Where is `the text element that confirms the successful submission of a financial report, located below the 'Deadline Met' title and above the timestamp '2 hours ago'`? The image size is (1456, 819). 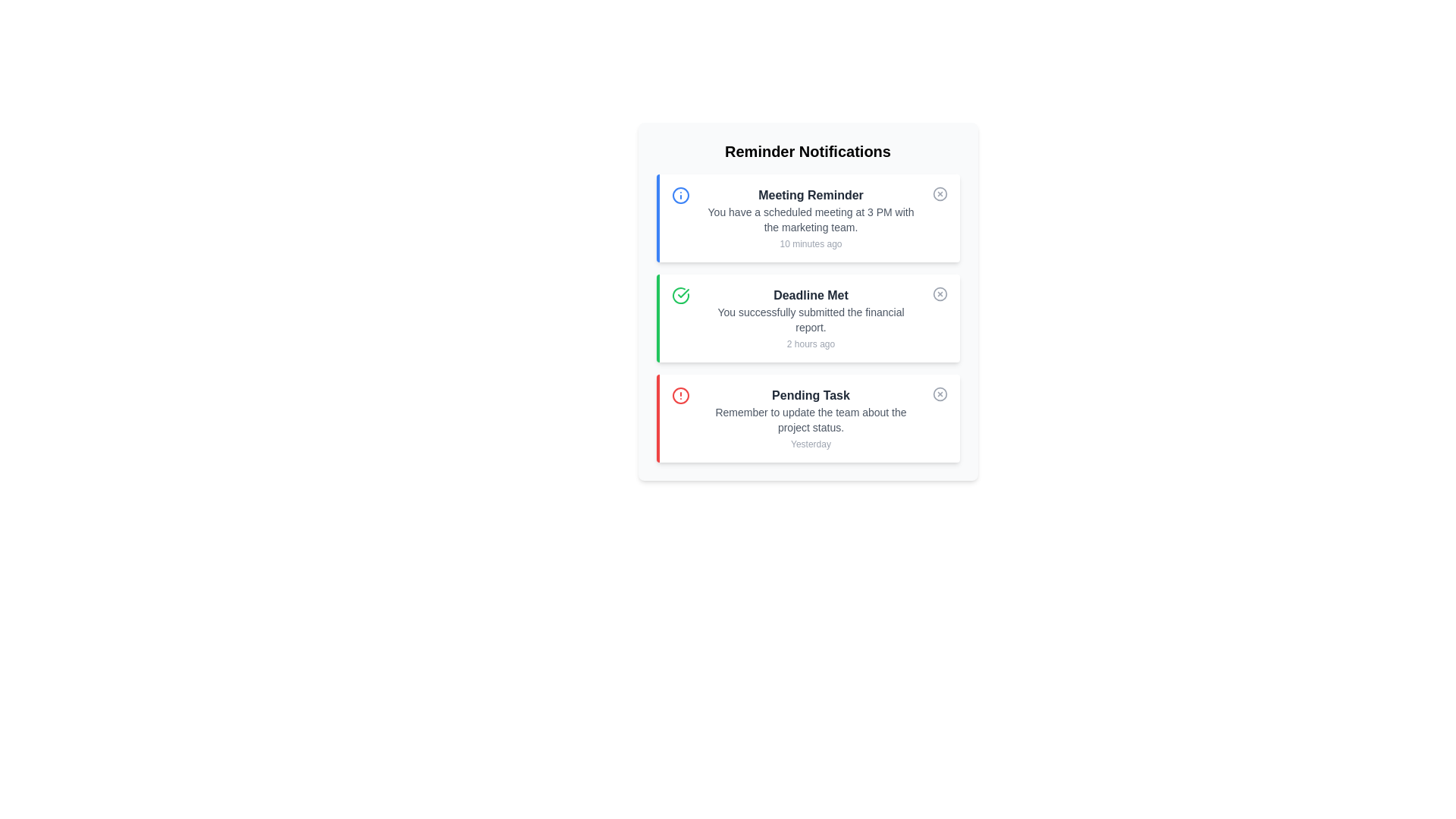
the text element that confirms the successful submission of a financial report, located below the 'Deadline Met' title and above the timestamp '2 hours ago' is located at coordinates (810, 318).